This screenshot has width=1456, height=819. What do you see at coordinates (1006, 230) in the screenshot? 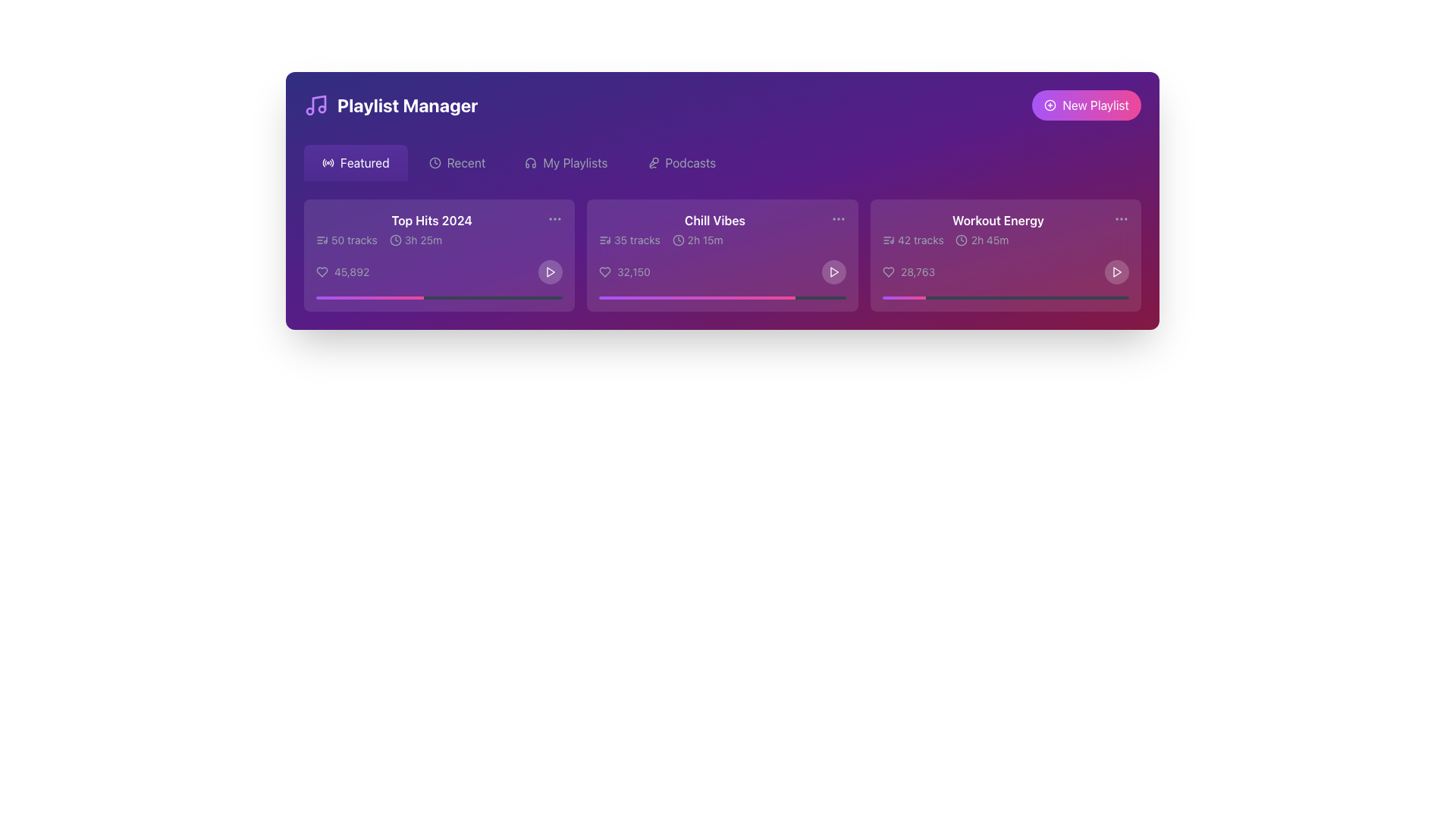
I see `information displayed in the text block titled 'Workout Energy', which includes the details '42 tracks' and '2h 45m' below it, along with accompanying icons` at bounding box center [1006, 230].